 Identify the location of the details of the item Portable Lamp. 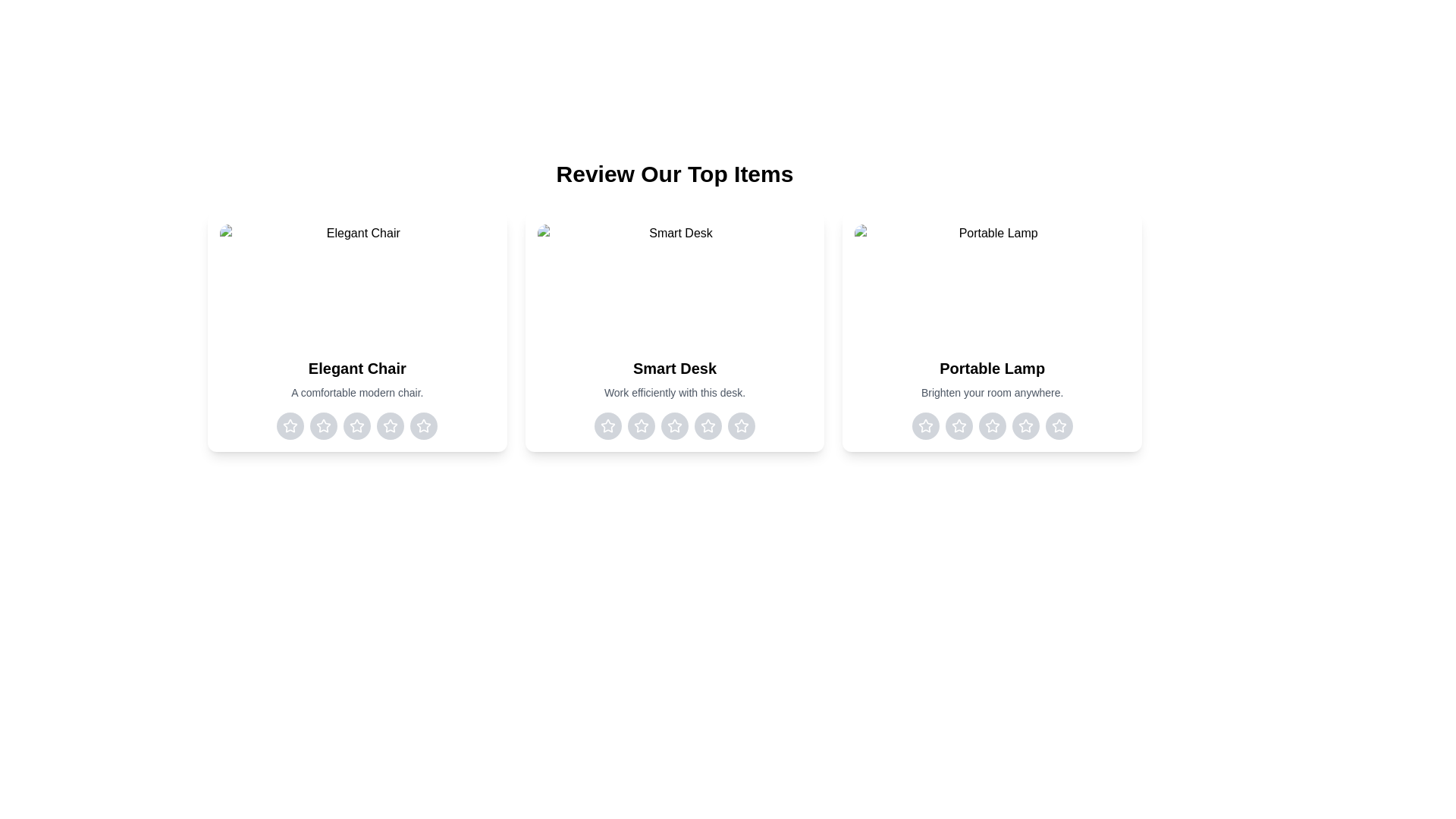
(993, 331).